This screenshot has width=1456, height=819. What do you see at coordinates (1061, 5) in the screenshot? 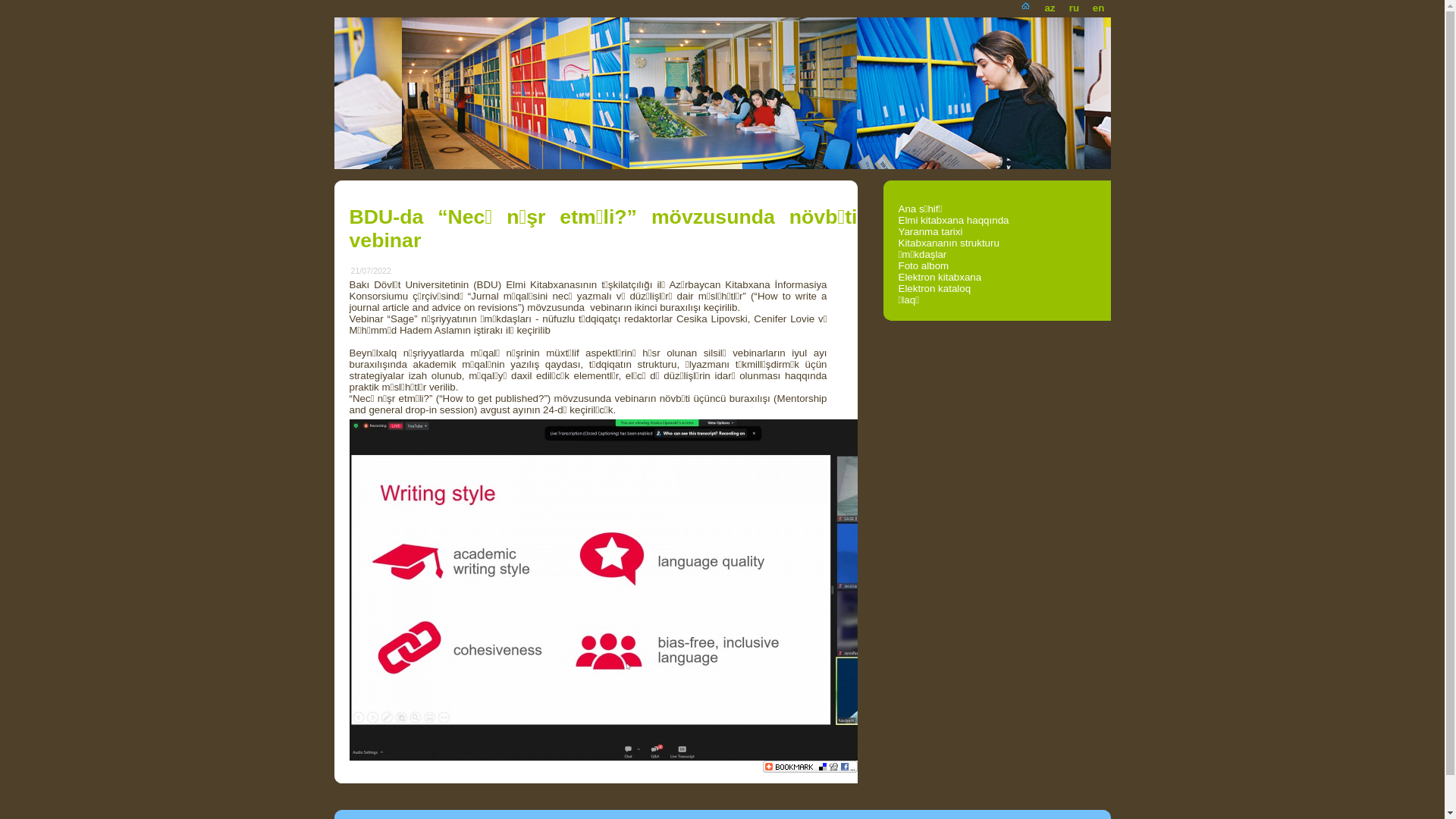
I see `'ru'` at bounding box center [1061, 5].